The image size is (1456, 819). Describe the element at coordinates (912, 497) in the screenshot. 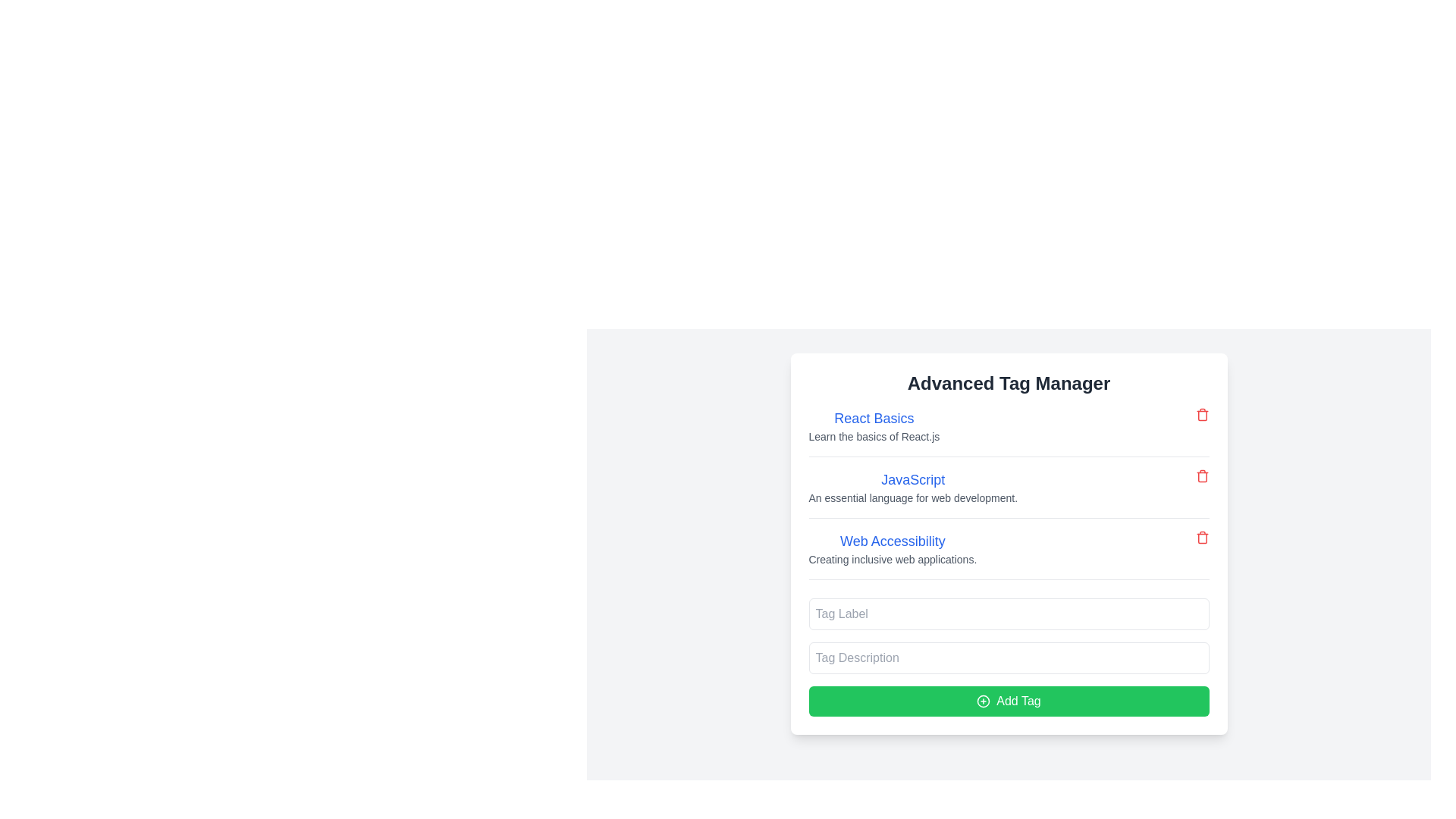

I see `the static text element that reads 'An essential language for web development.' located under the 'JavaScript' heading in the 'Advanced Tag Manager' section` at that location.